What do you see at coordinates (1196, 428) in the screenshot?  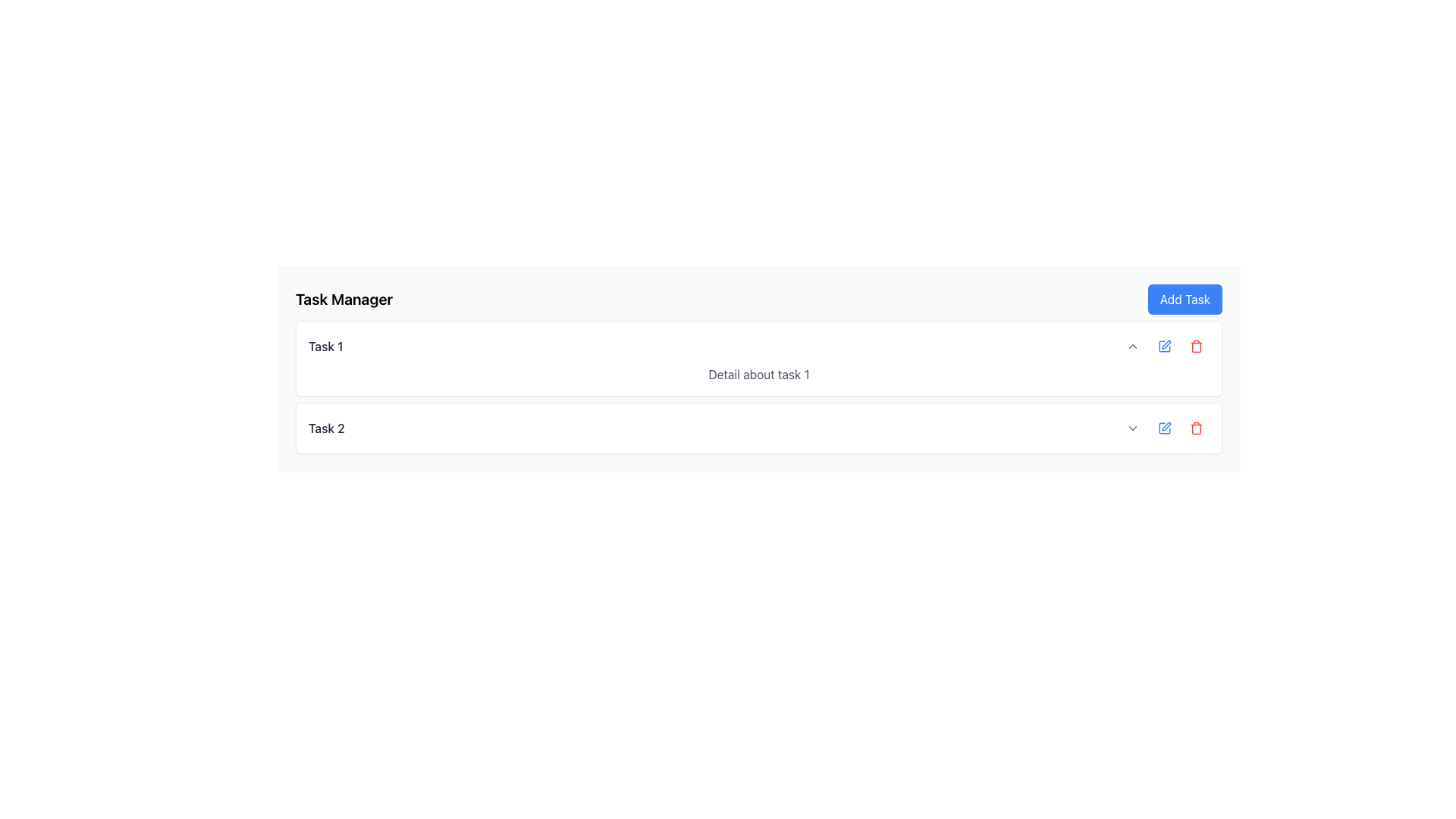 I see `the red trash can icon button, which is located to the right of the second task entry in the task list` at bounding box center [1196, 428].